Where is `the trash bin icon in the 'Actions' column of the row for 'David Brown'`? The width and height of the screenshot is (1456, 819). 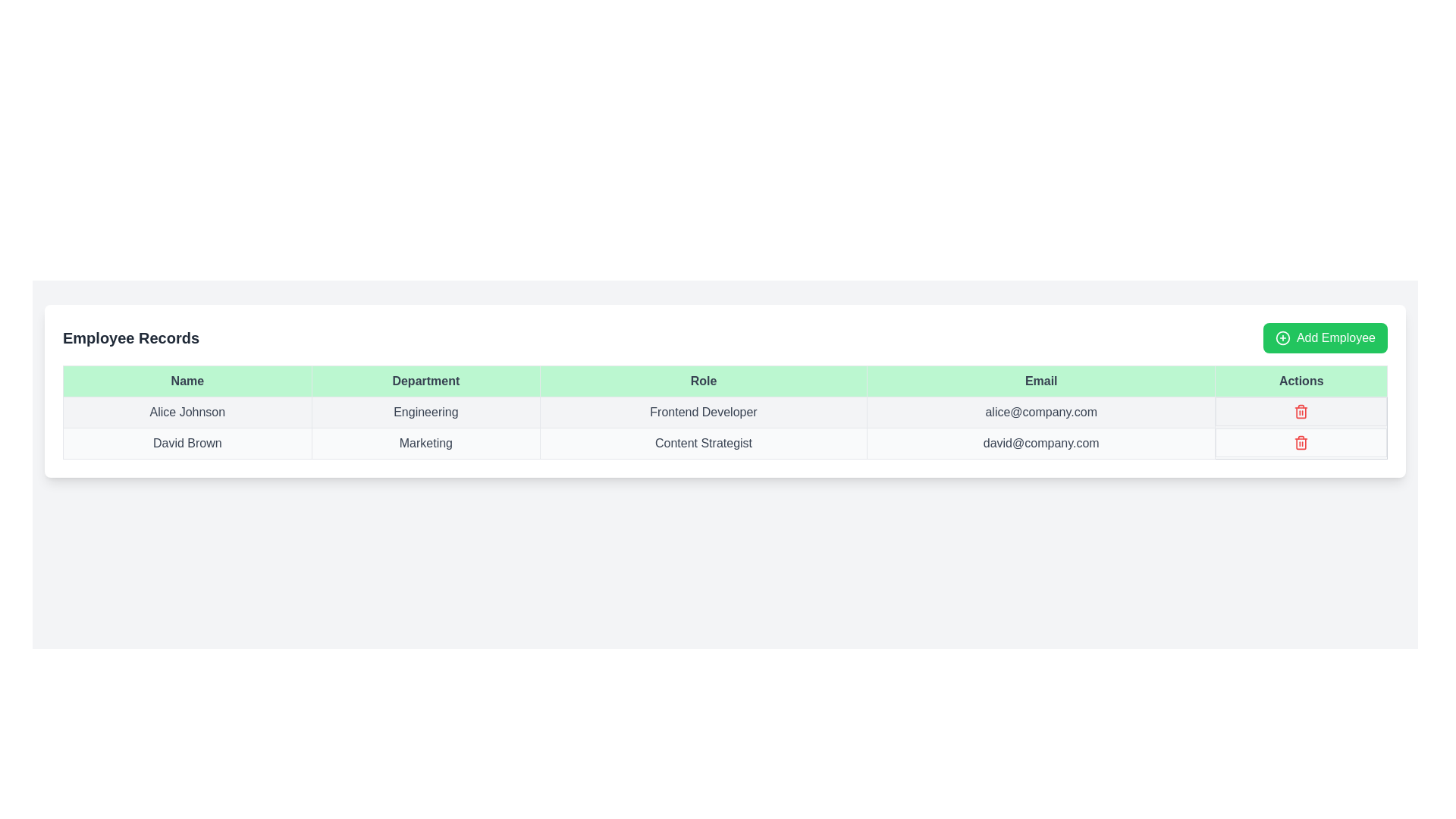 the trash bin icon in the 'Actions' column of the row for 'David Brown' is located at coordinates (1301, 444).